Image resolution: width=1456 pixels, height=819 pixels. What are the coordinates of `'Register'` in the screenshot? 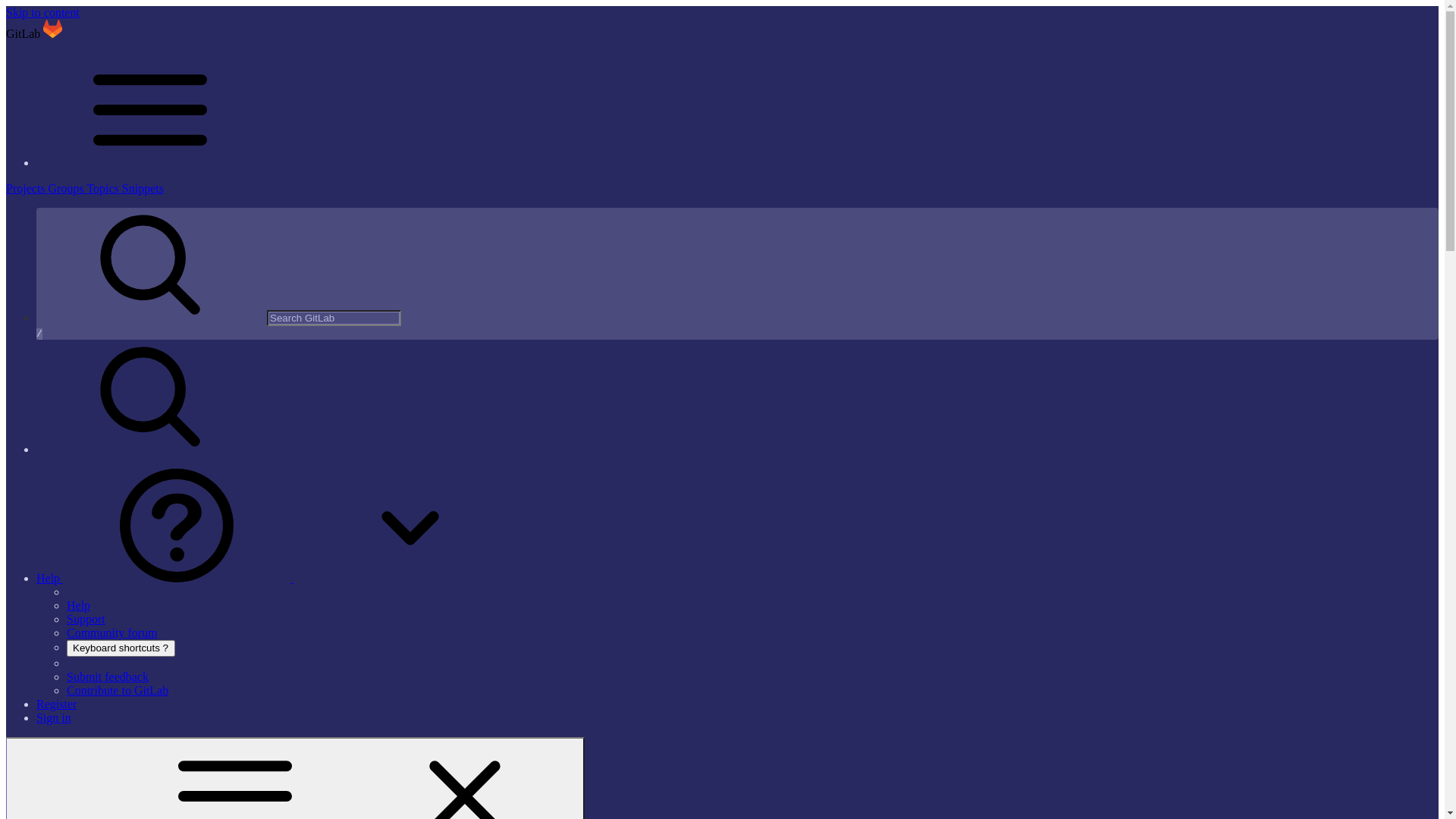 It's located at (56, 704).